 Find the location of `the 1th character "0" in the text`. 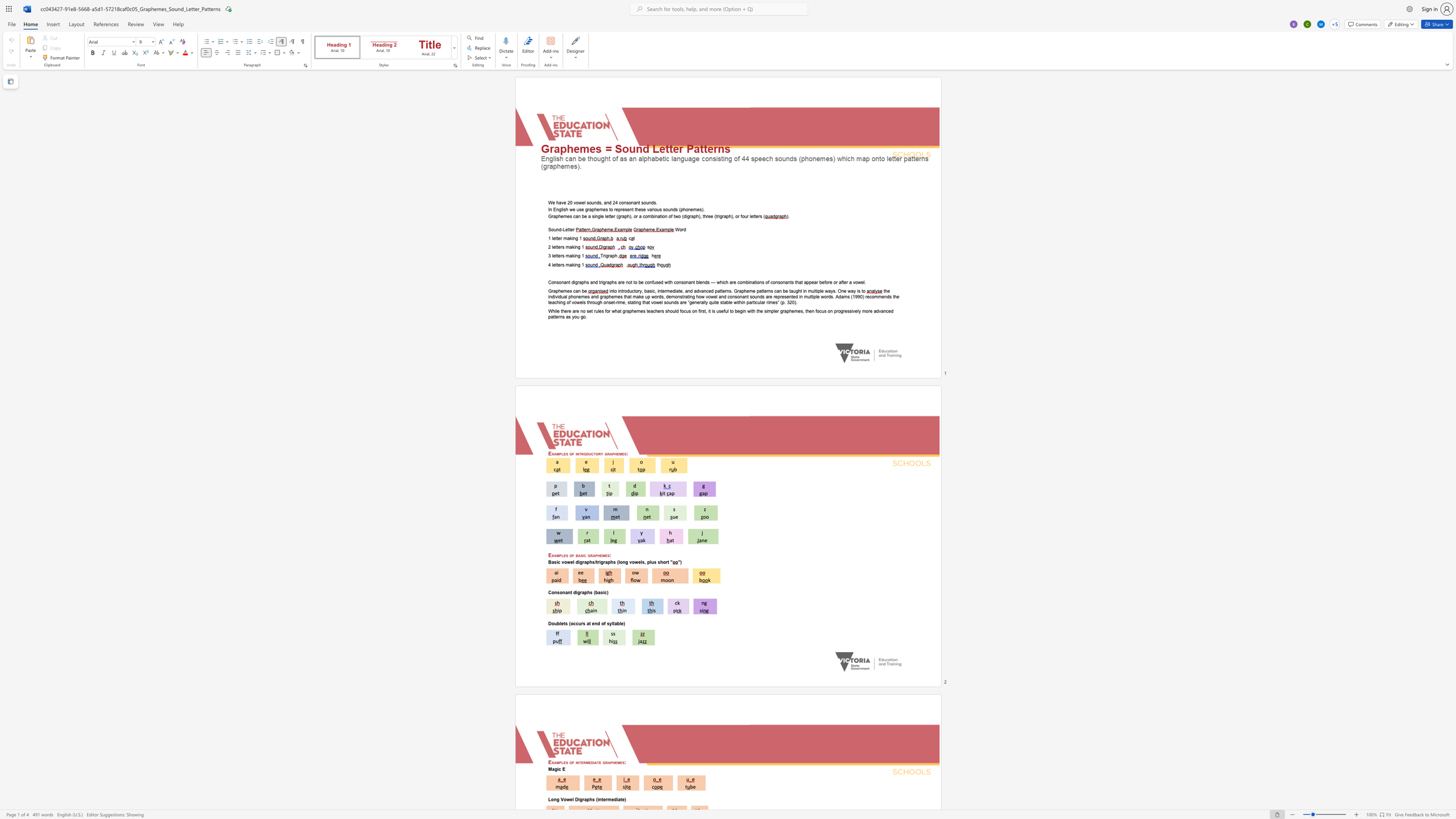

the 1th character "0" in the text is located at coordinates (571, 202).